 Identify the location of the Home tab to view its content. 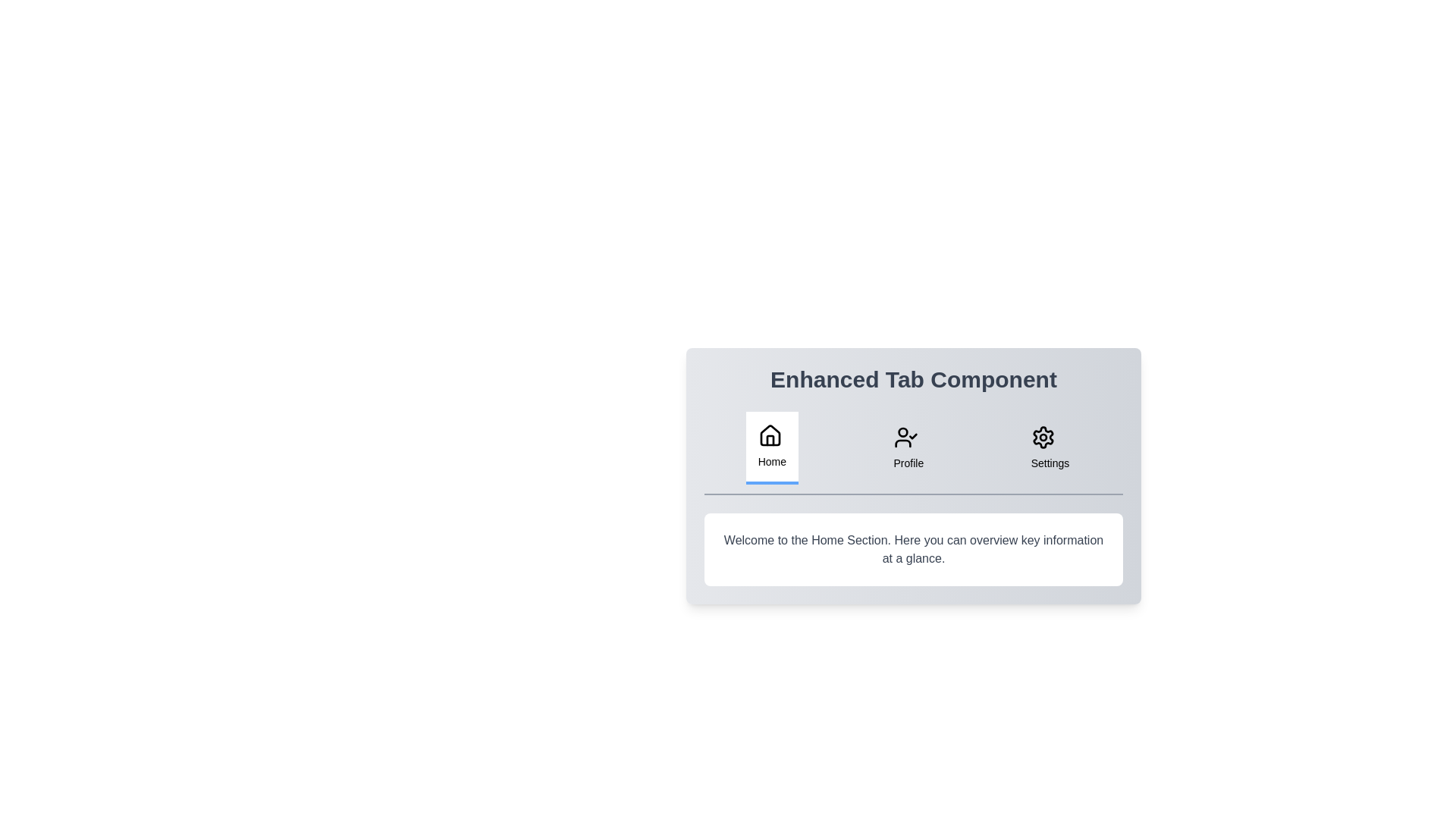
(771, 447).